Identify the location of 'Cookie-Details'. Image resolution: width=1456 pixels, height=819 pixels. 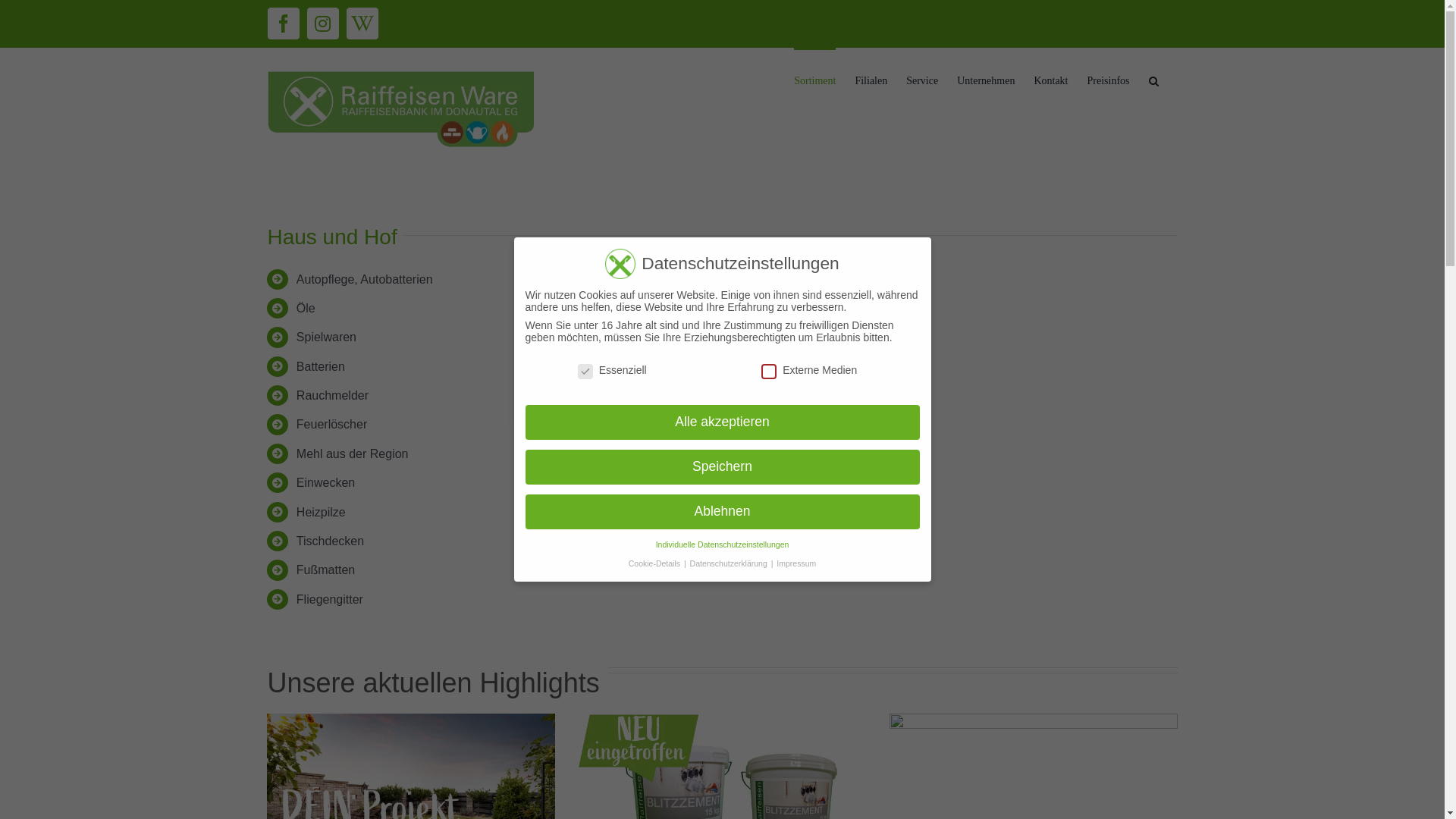
(655, 562).